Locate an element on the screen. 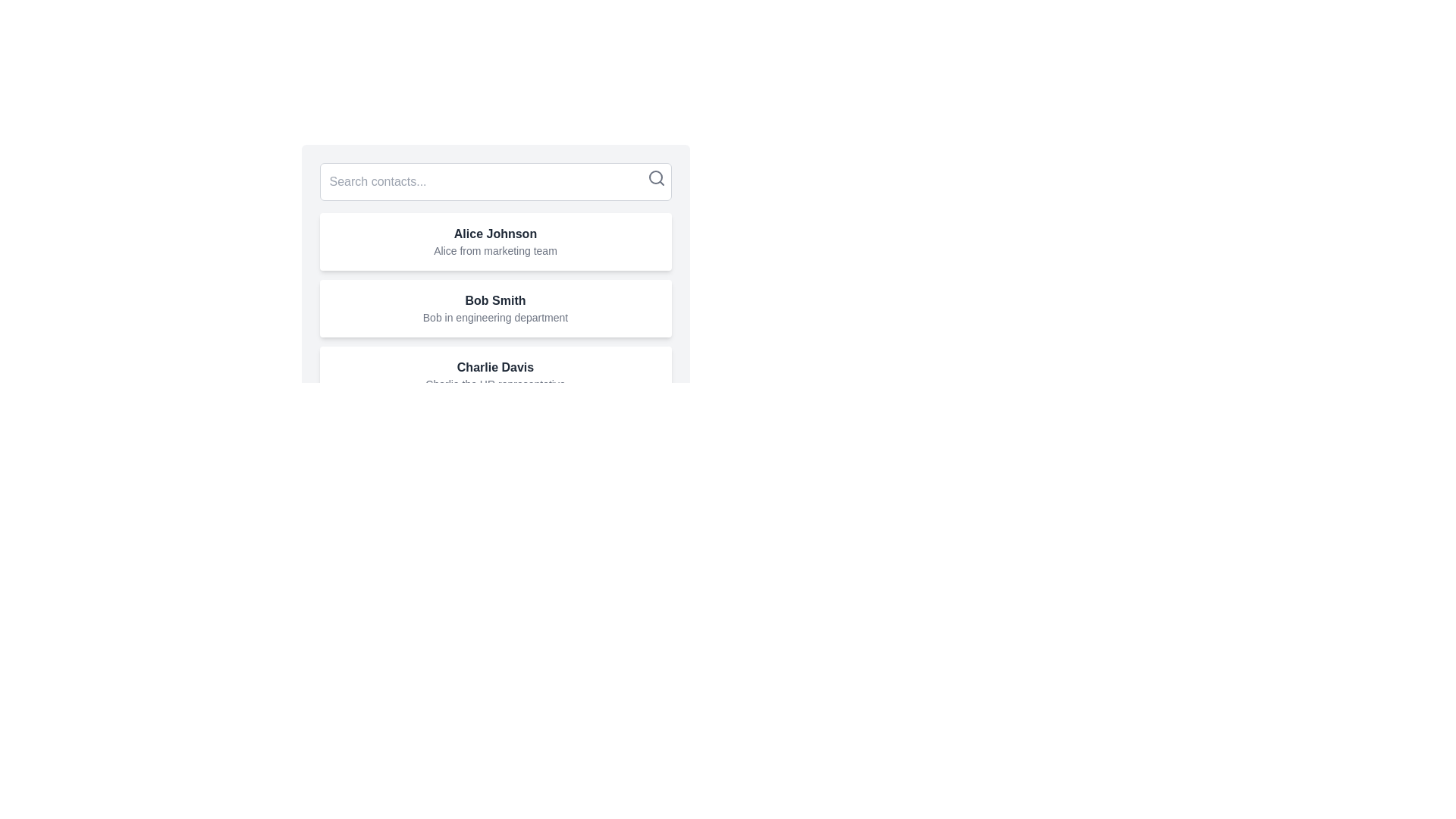 The width and height of the screenshot is (1456, 819). the list item for 'Bob Smith' which describes his role as 'Bob in engineering department.' This item is the second of three stacked blocks located between 'Alice Johnson' and 'Charlie Davis.' is located at coordinates (495, 284).